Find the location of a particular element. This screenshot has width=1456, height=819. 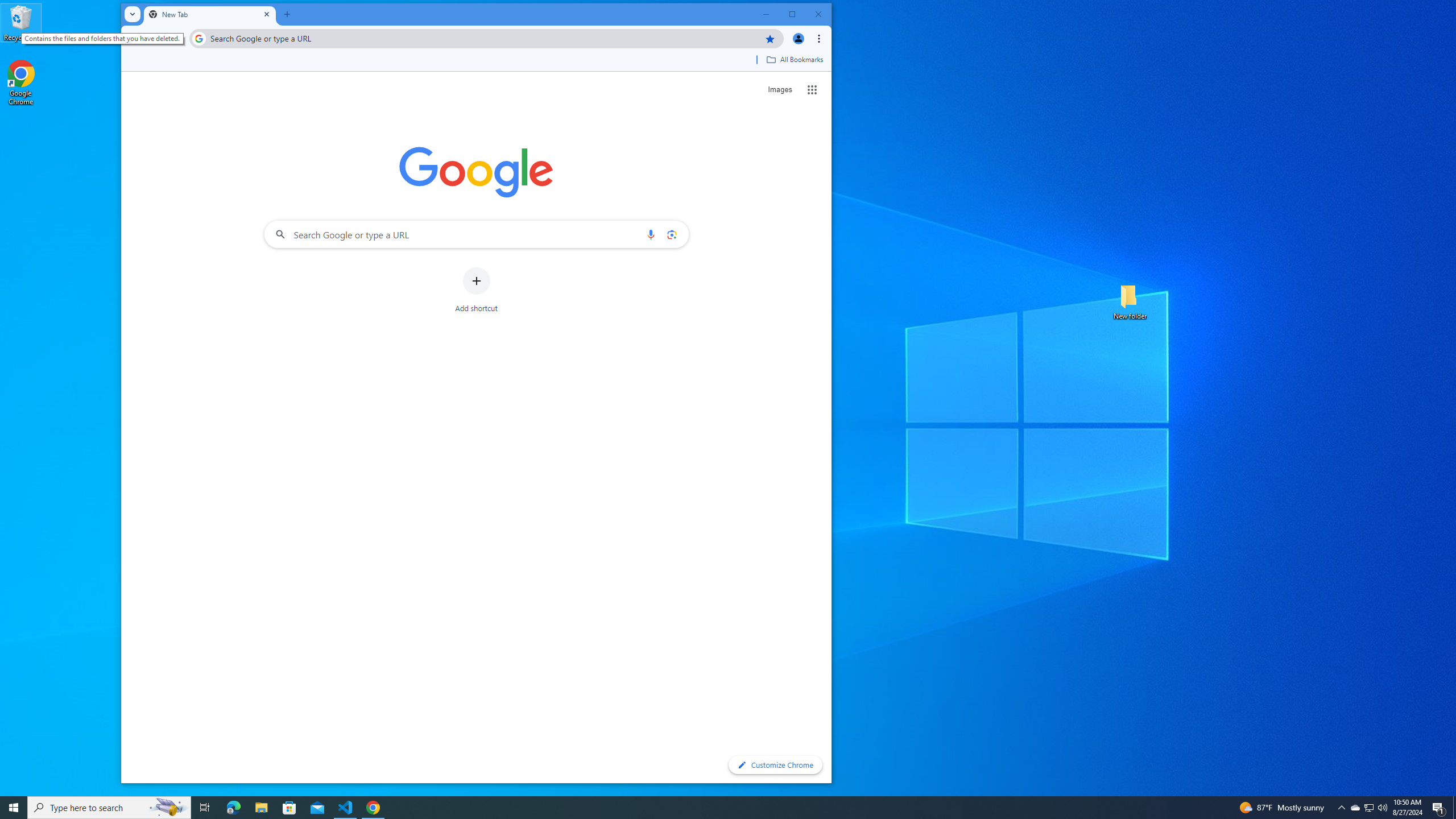

'New folder' is located at coordinates (1130, 300).